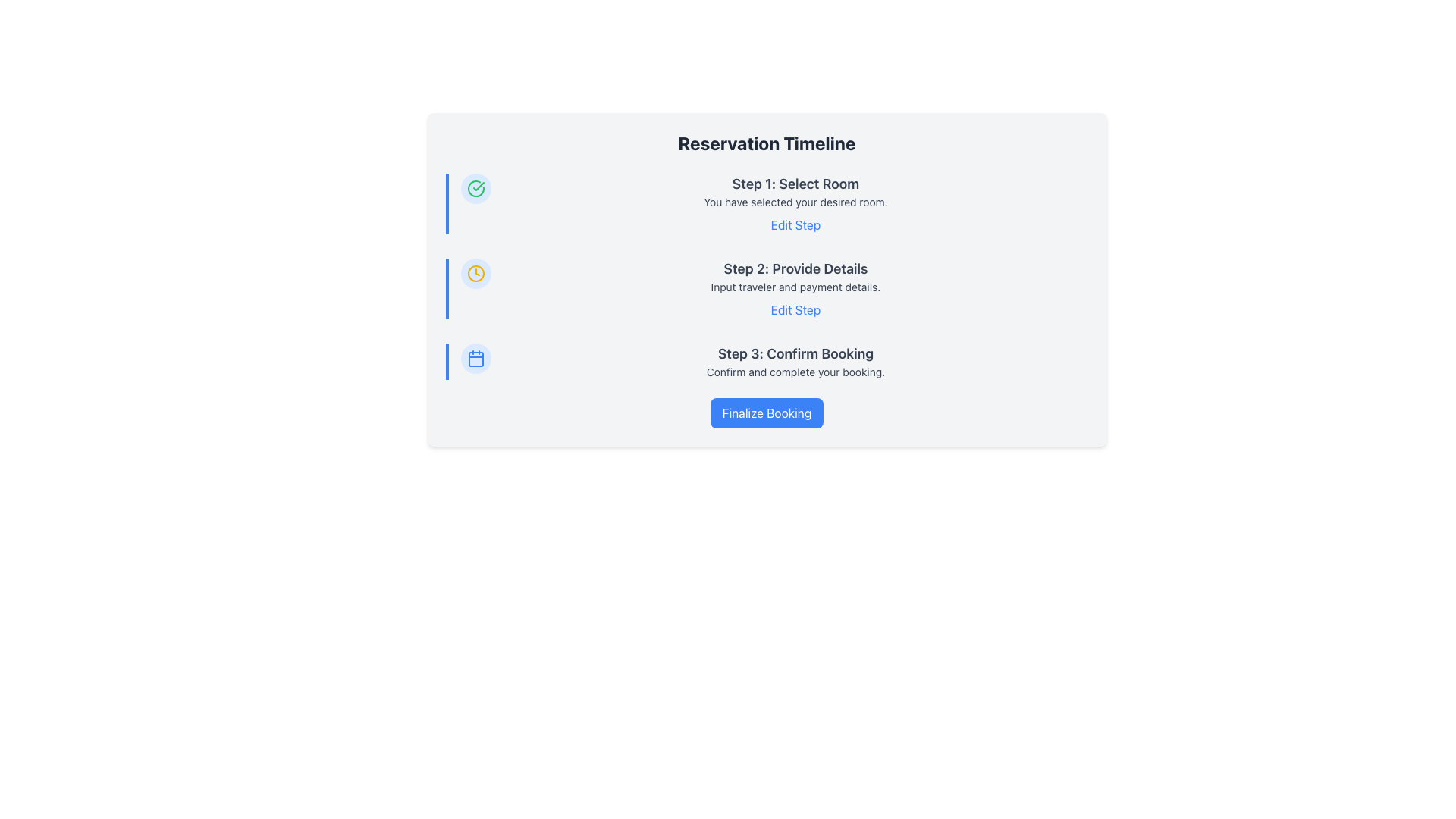  Describe the element at coordinates (795, 289) in the screenshot. I see `the interactive 'Edit Step' hyperlink located in the textual content styled with gray font on a white background, which is part of the second step in the process layout` at that location.